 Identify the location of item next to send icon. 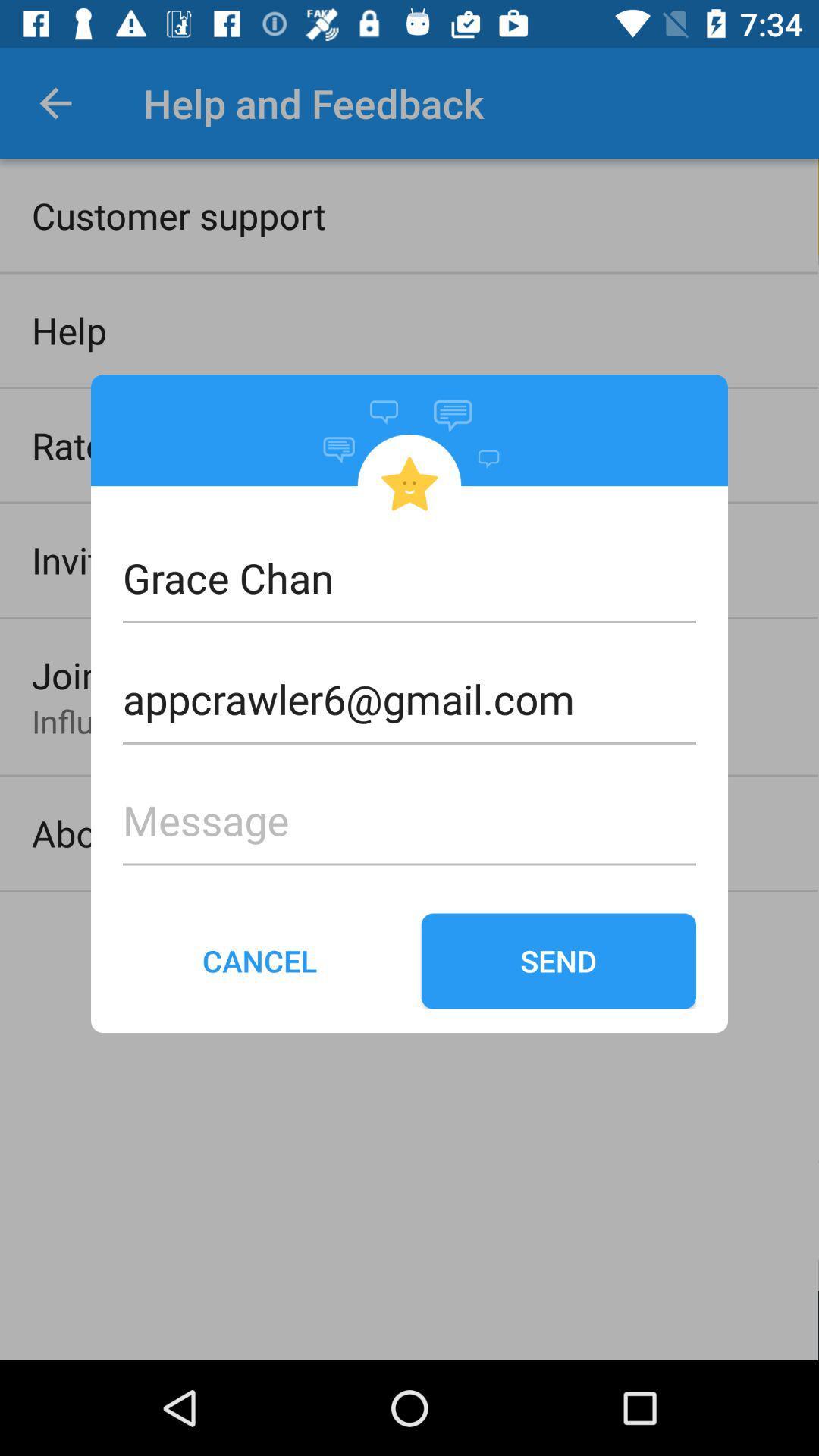
(259, 960).